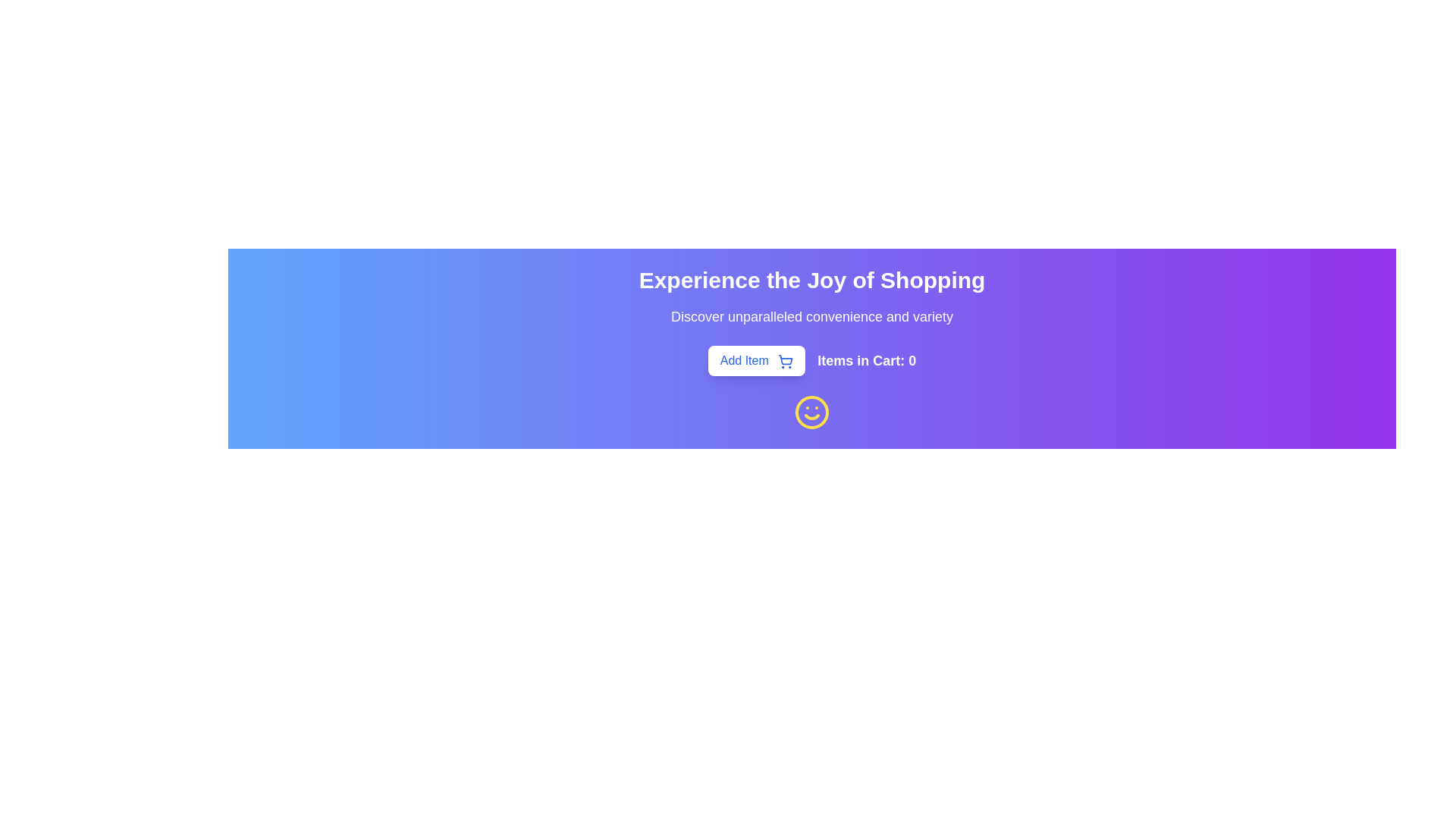  I want to click on the shopping cart icon located to the right of the 'Add Item' button, which has a white background and rounded corners, so click(786, 361).